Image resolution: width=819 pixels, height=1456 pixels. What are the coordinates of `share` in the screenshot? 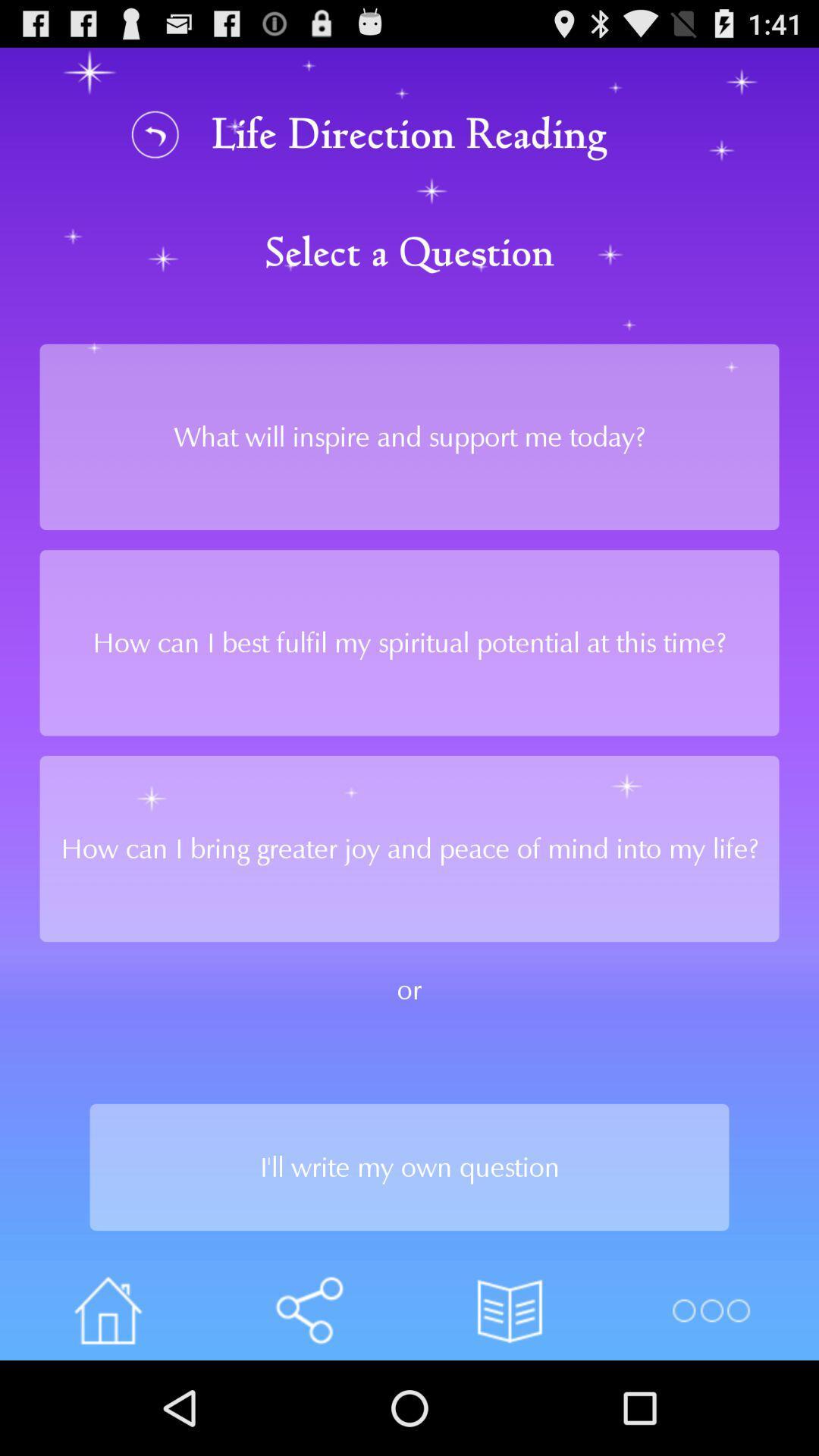 It's located at (308, 1310).